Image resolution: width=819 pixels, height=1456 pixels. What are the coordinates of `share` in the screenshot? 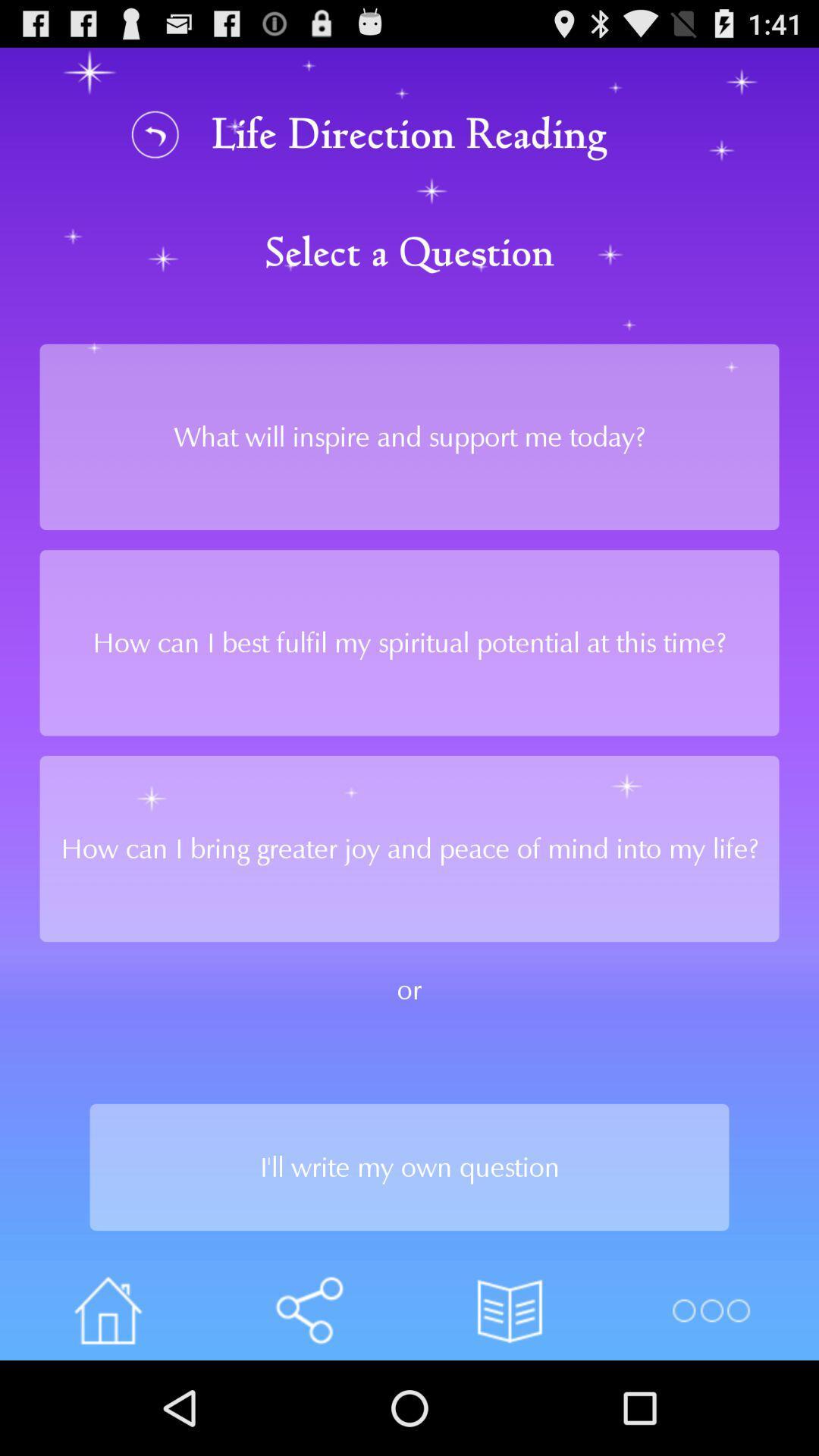 It's located at (308, 1310).